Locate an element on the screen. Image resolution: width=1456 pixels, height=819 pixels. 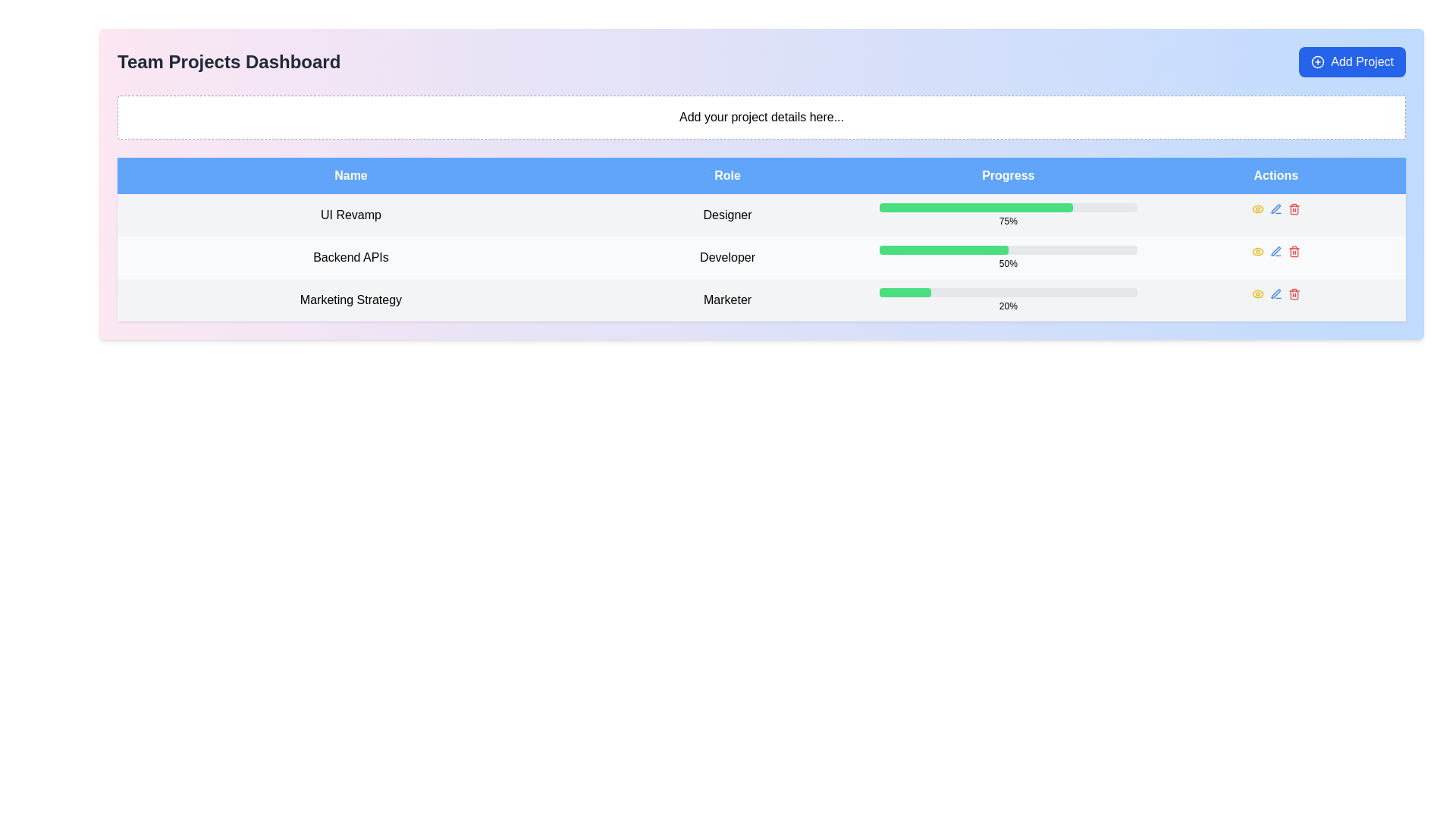
the blue pencil icon button in the 'Actions' column of the second row in the data table to initiate an edit action is located at coordinates (1275, 250).